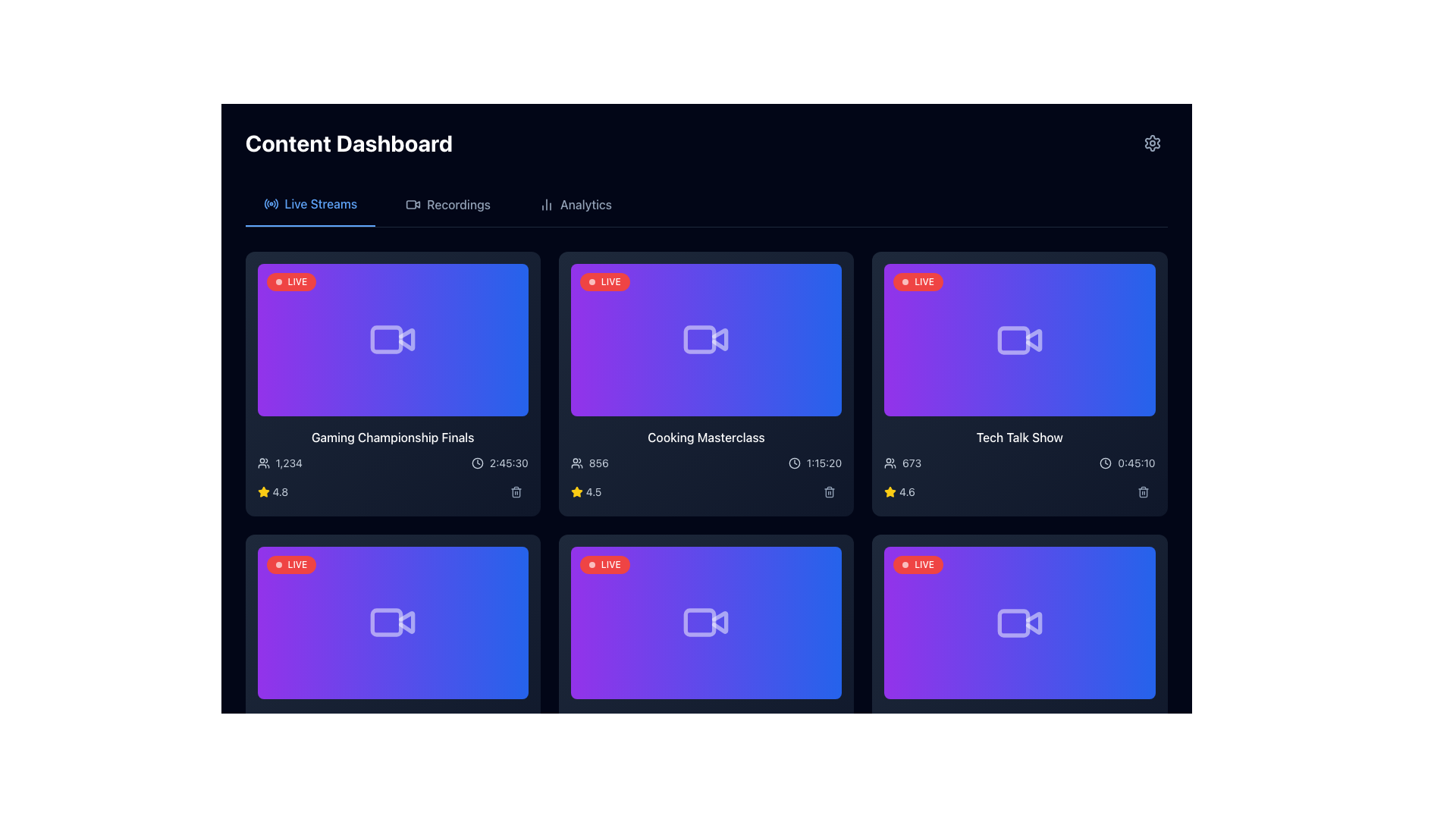 This screenshot has height=819, width=1456. What do you see at coordinates (705, 339) in the screenshot?
I see `the video thumbnail styled with a gradient from purple to blue, featuring a white video camera icon and a 'LIVE' badge, to play or open the associated video` at bounding box center [705, 339].